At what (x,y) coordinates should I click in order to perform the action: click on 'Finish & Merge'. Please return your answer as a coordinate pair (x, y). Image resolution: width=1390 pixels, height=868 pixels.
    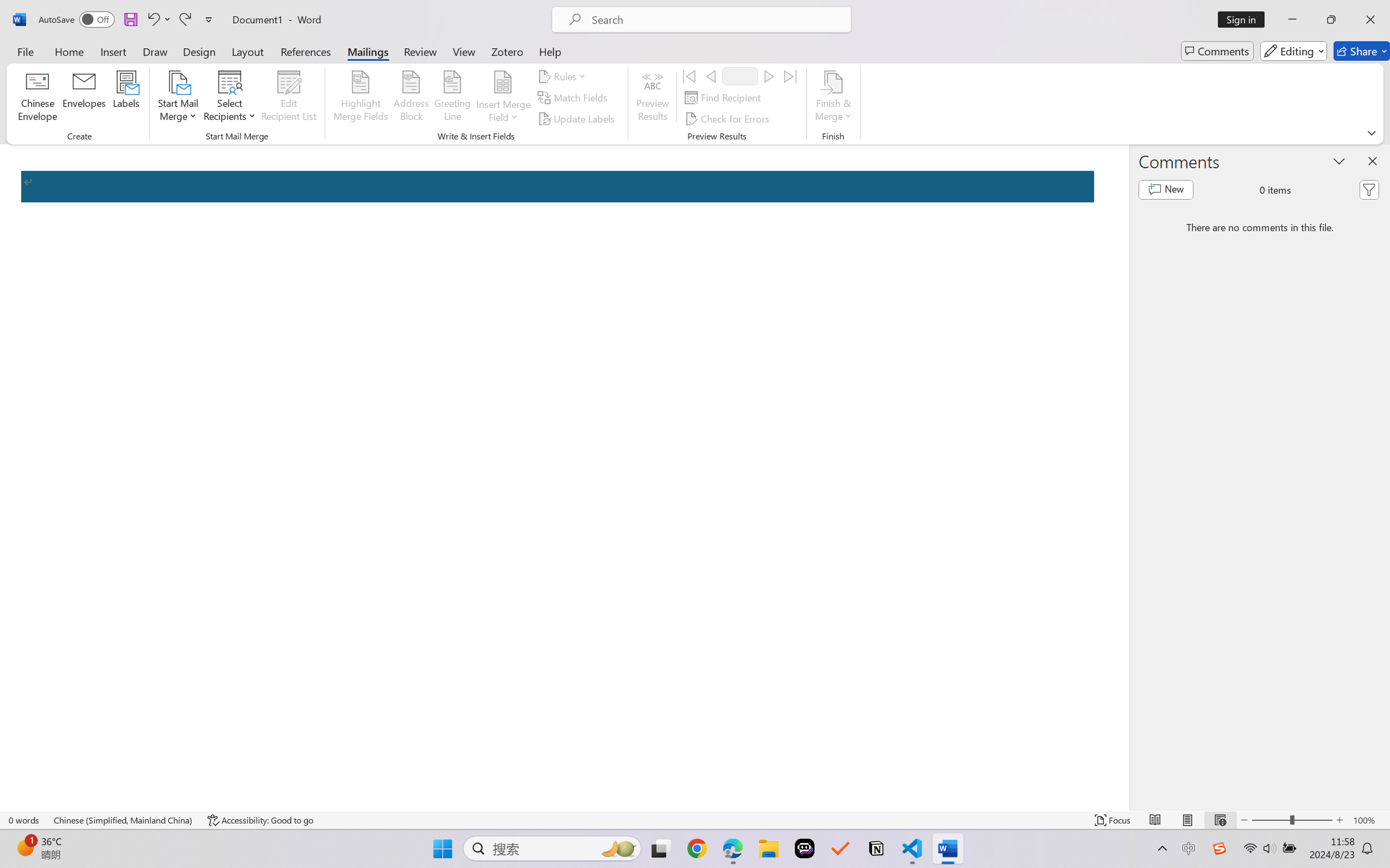
    Looking at the image, I should click on (832, 98).